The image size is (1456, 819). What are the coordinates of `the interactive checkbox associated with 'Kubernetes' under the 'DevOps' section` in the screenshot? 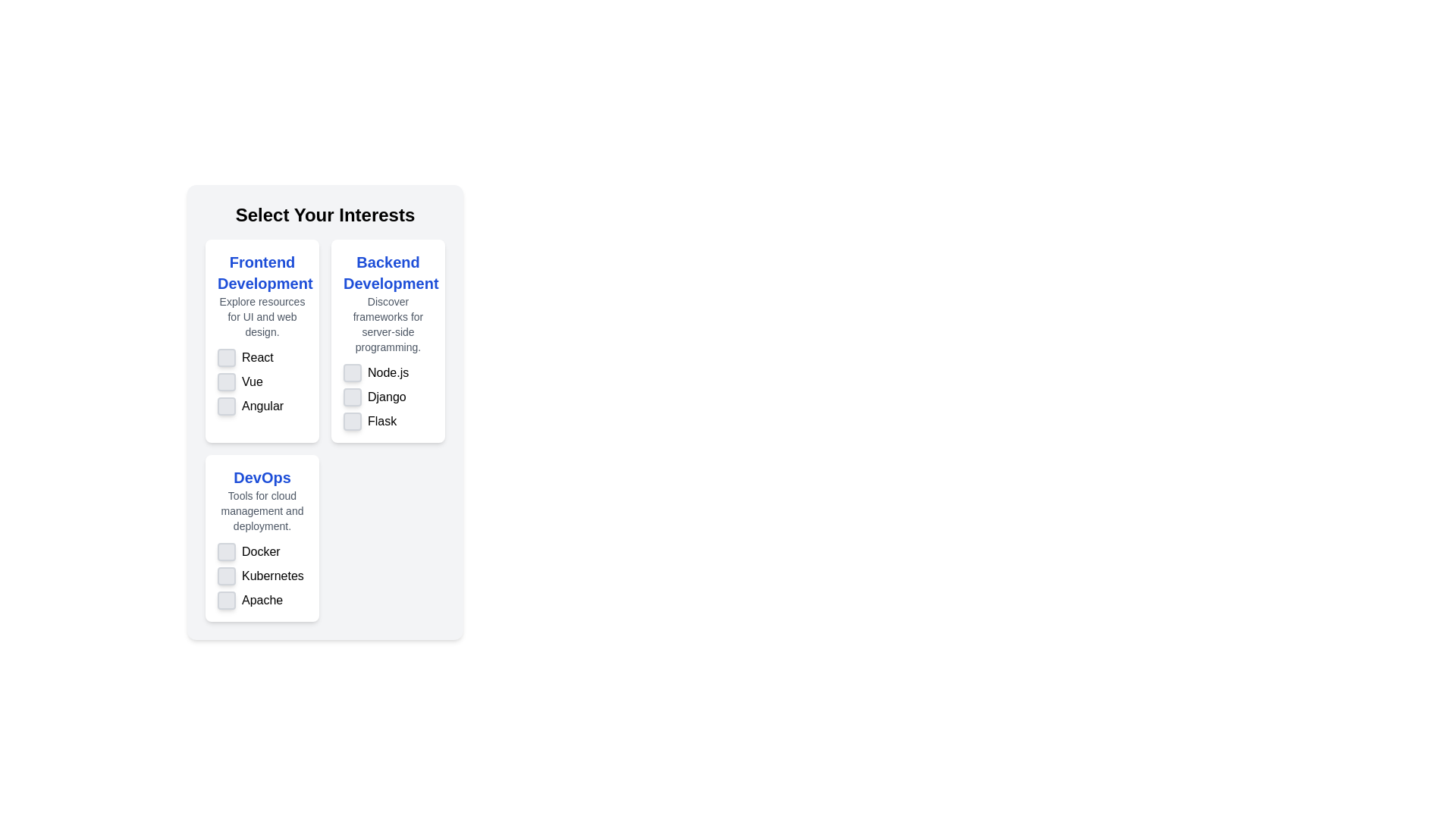 It's located at (225, 576).